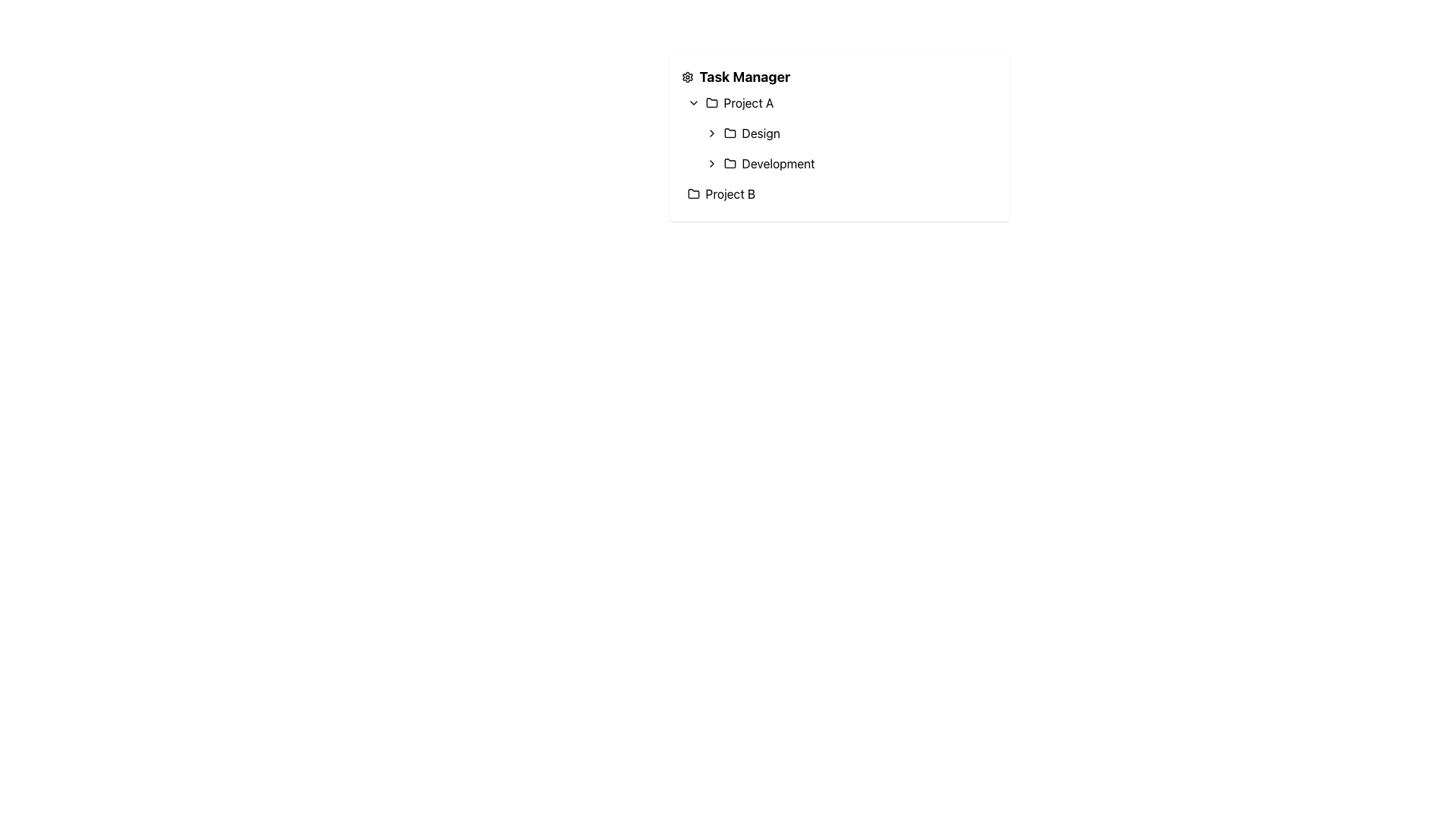 The width and height of the screenshot is (1456, 819). What do you see at coordinates (692, 102) in the screenshot?
I see `the chevron icon located to the left of the 'Project A' text in the Task Manager` at bounding box center [692, 102].